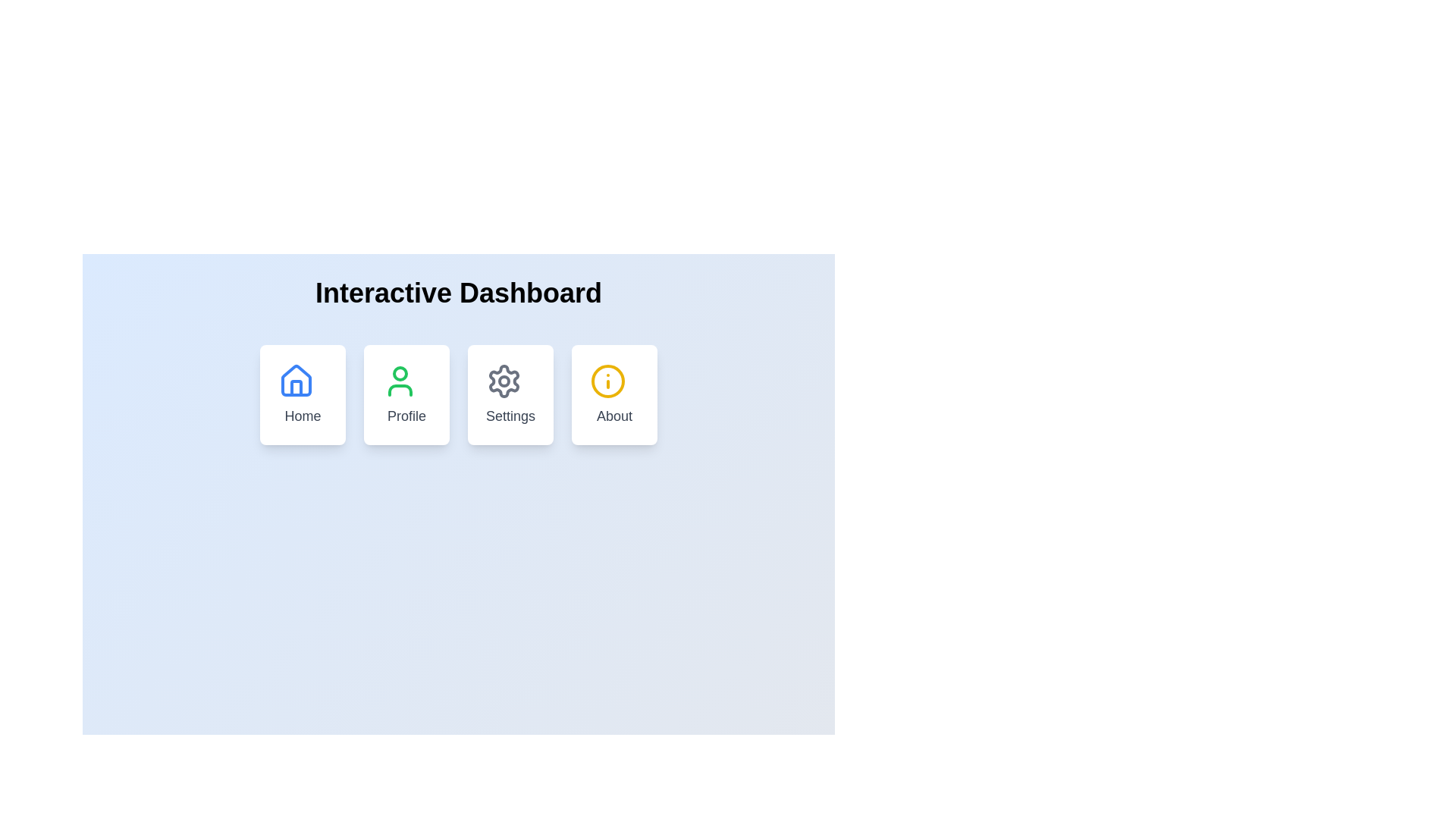 The image size is (1456, 819). What do you see at coordinates (296, 379) in the screenshot?
I see `the outer 'house' shape of the first icon in the UI group, which symbolizes 'Home'` at bounding box center [296, 379].